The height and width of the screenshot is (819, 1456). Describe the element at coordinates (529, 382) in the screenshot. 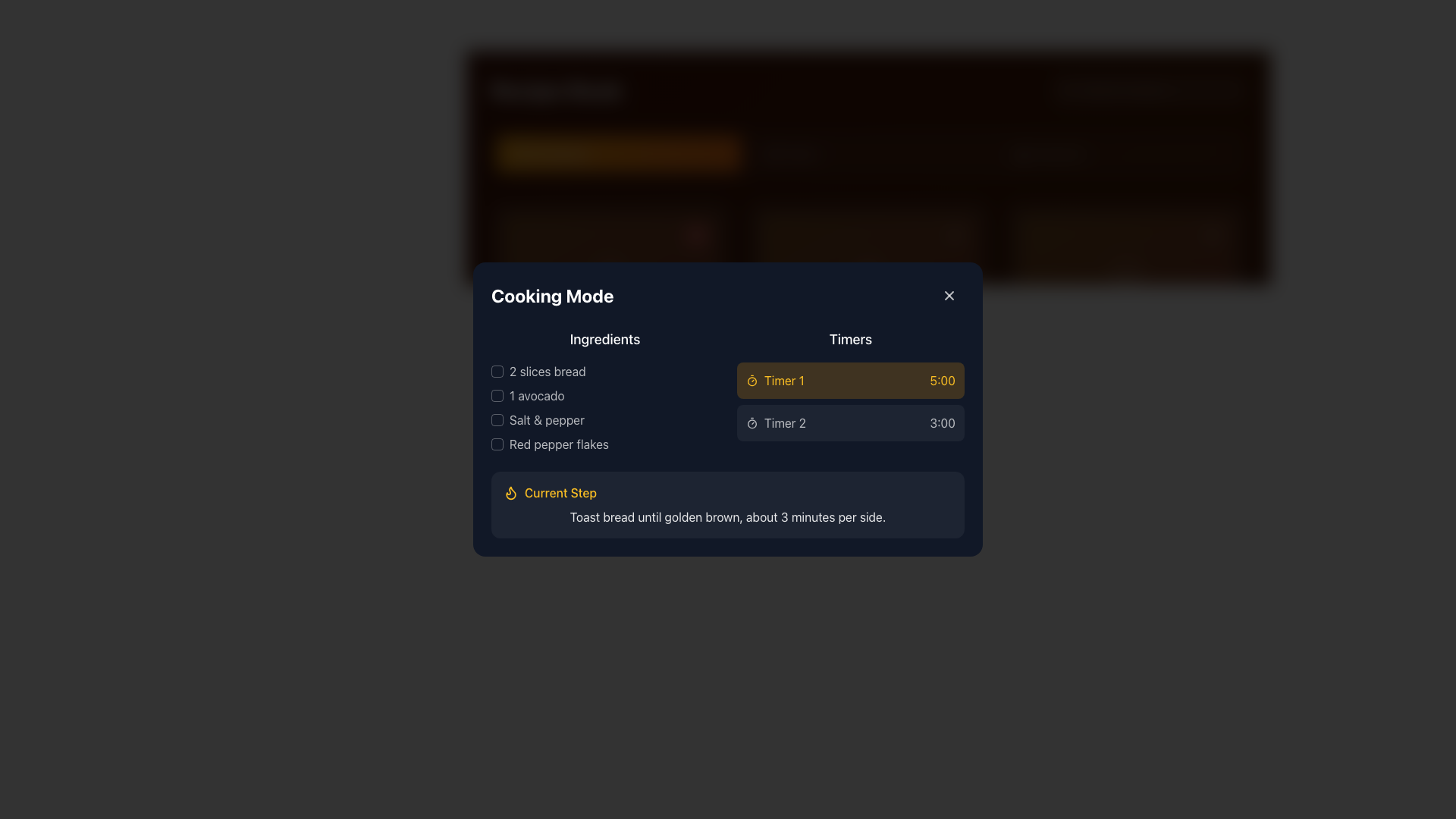

I see `the static text element displaying '15 mins' next to a minimalistic clock icon within the 'Cooking Mode' popup under the 'Timers' section` at that location.